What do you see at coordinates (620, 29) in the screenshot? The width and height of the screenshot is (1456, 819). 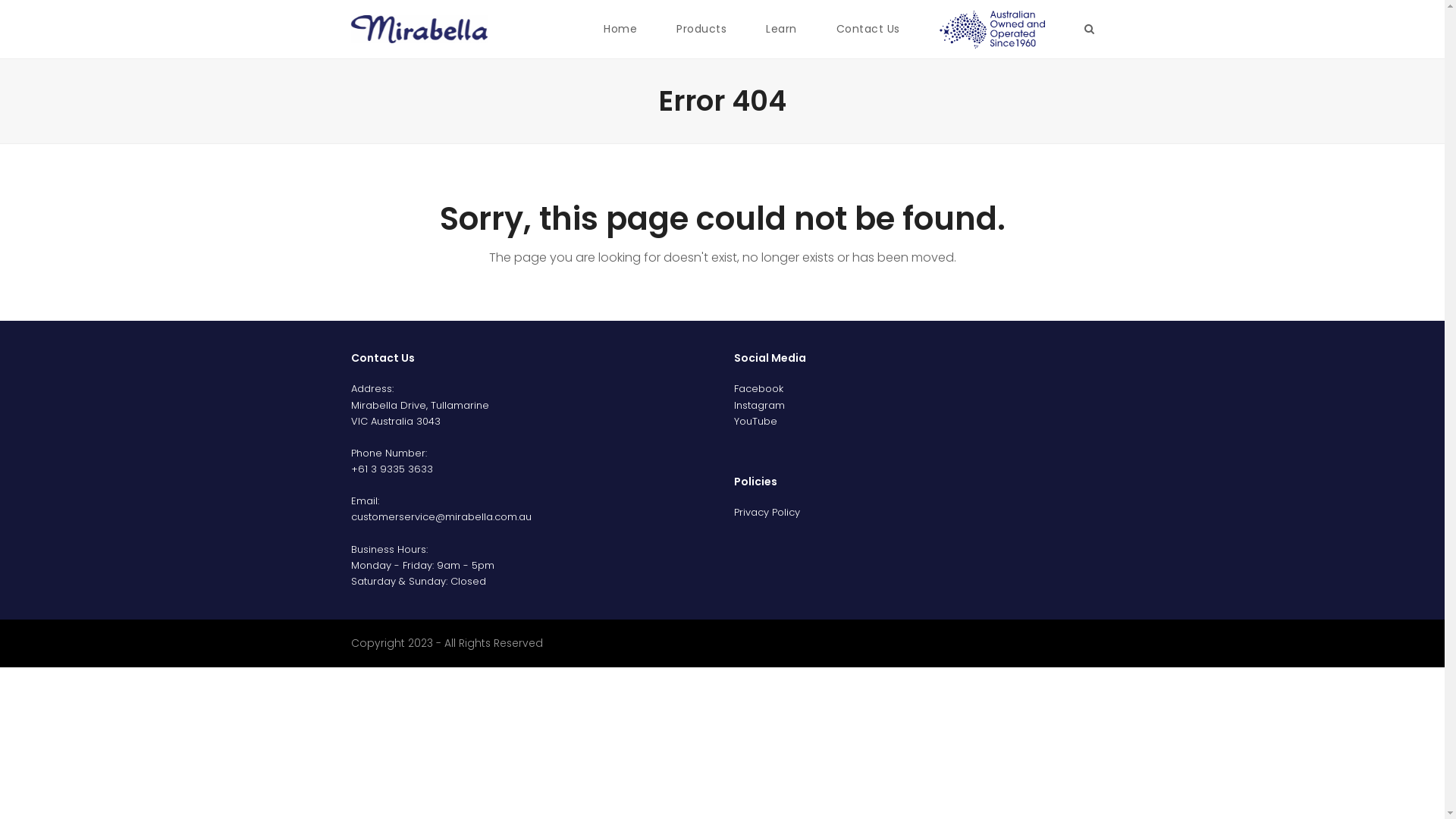 I see `'Home'` at bounding box center [620, 29].